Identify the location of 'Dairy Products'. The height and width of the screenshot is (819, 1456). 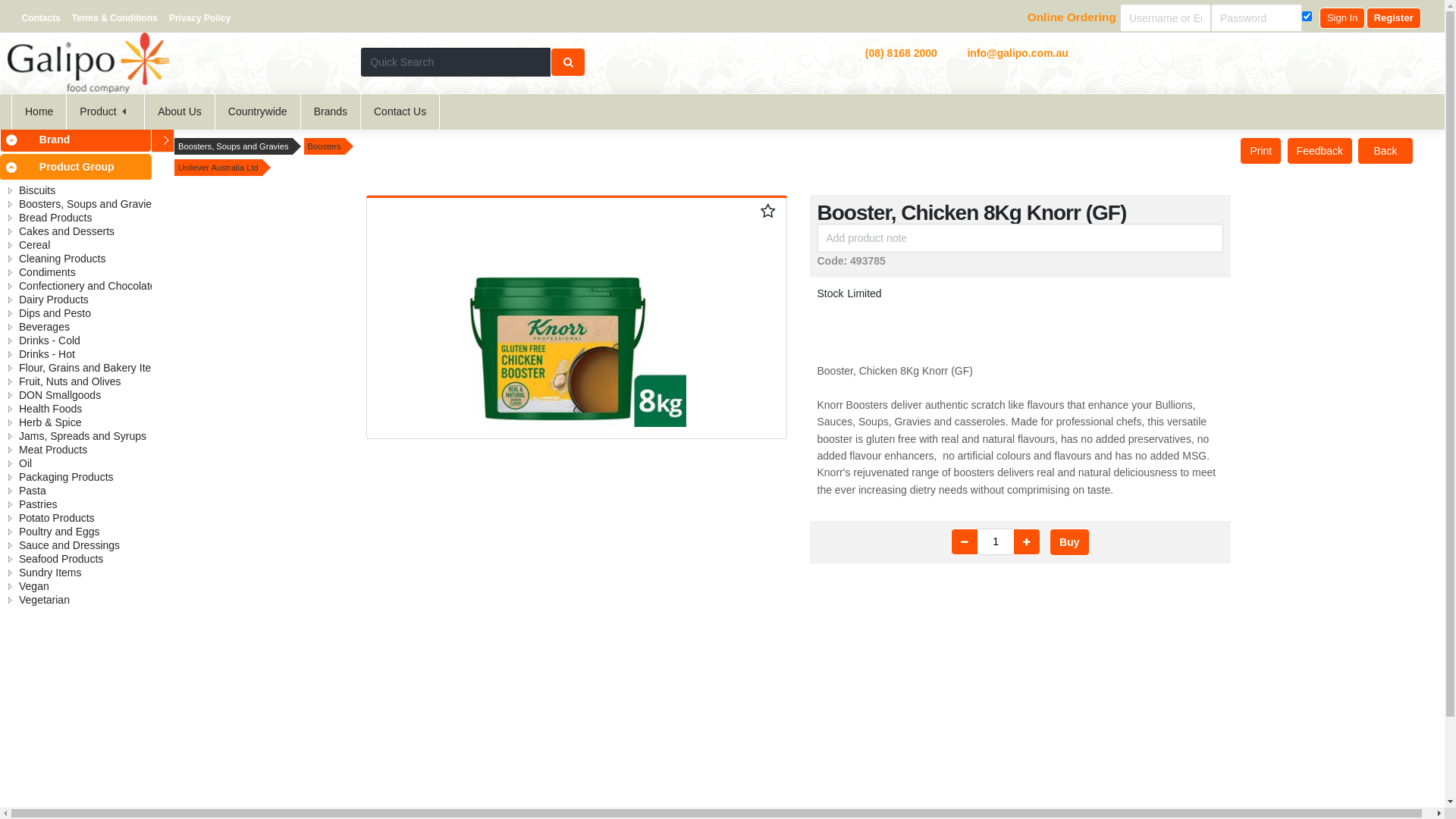
(54, 299).